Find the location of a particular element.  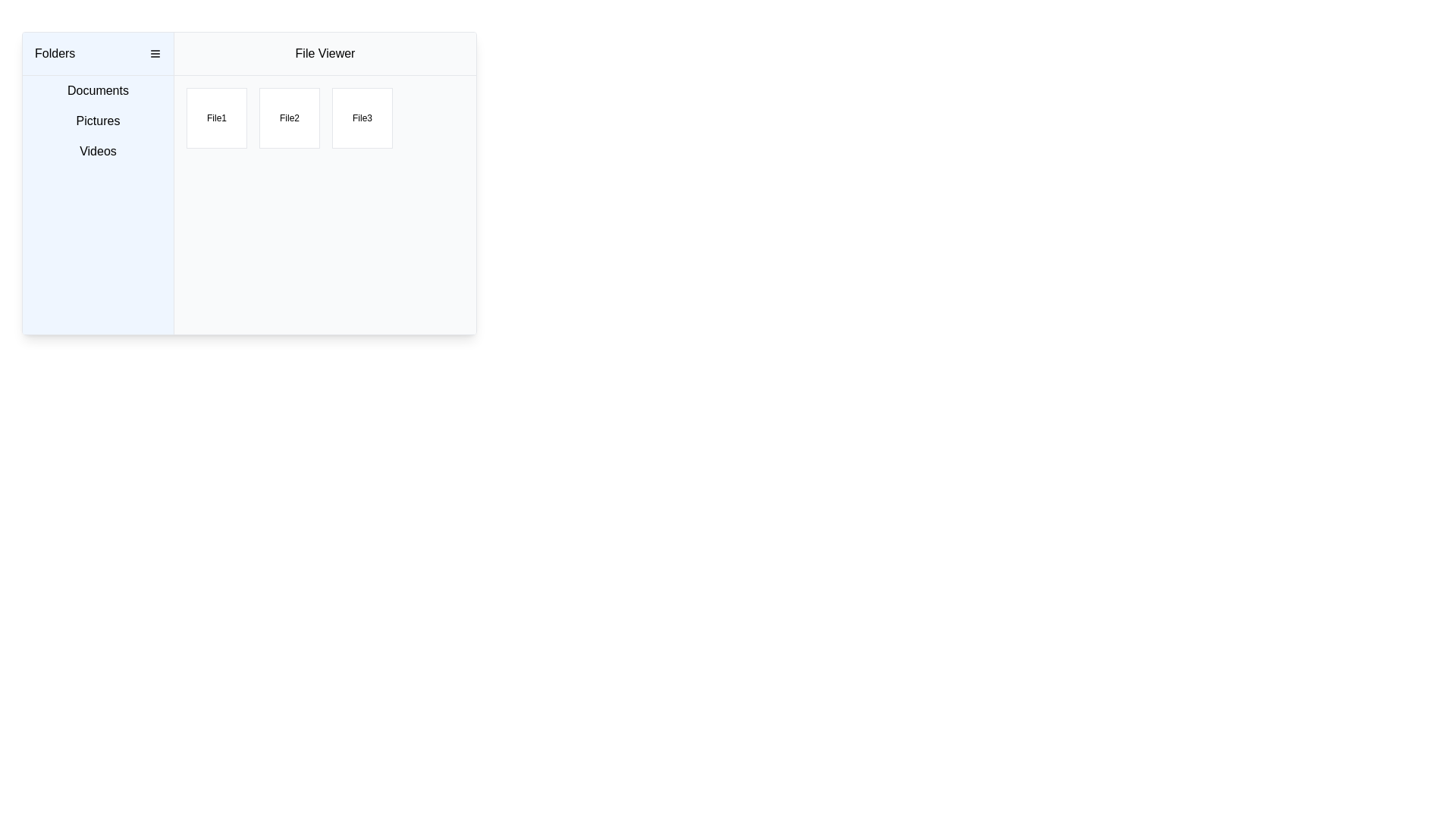

the selectable file representation for 'File1' in the 'File Viewer' interface is located at coordinates (216, 117).